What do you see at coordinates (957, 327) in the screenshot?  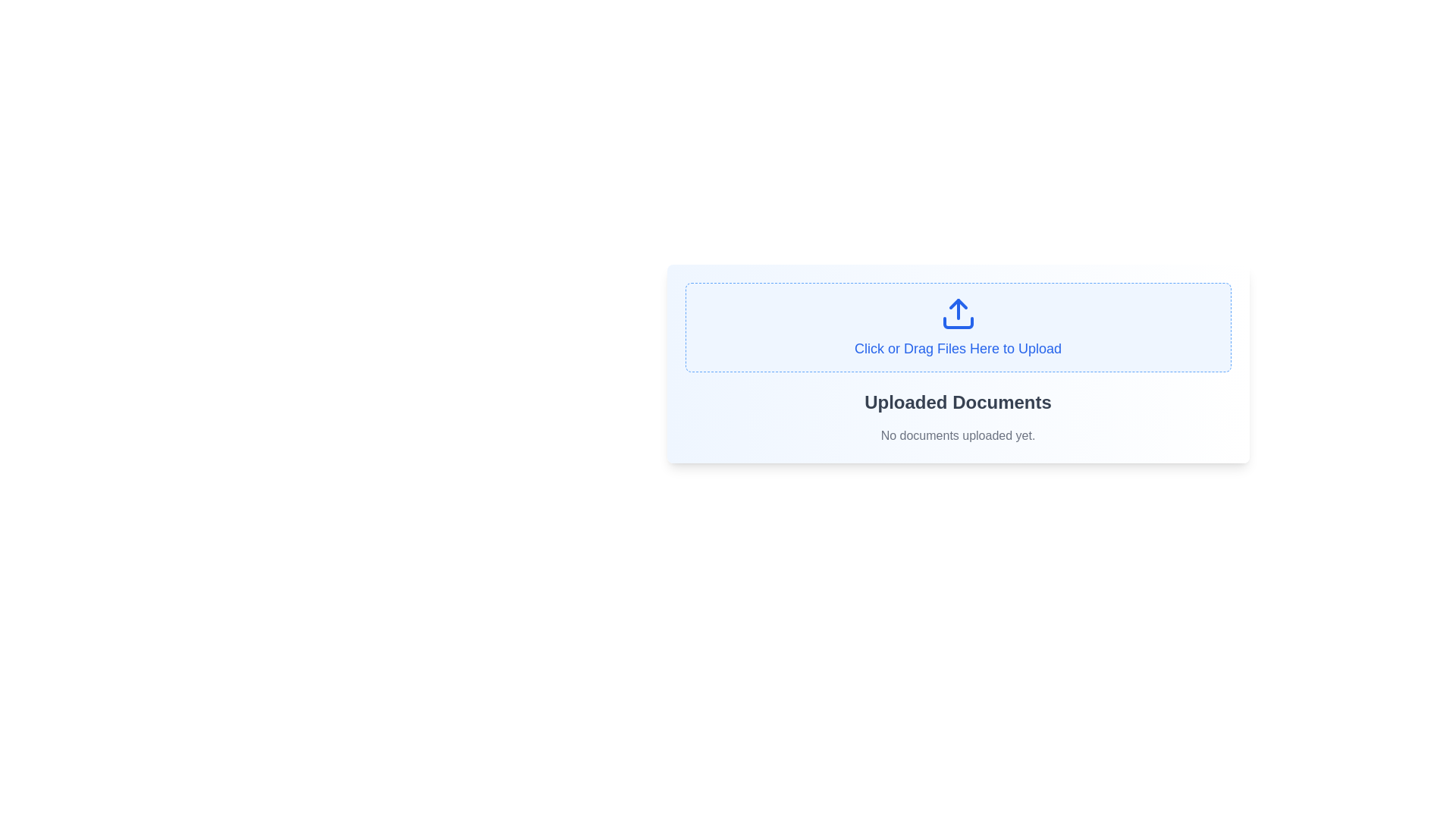 I see `the clickable area with the blue, underlined text 'Click or Drag Files Here to Upload' and the upward-facing arrow icon` at bounding box center [957, 327].